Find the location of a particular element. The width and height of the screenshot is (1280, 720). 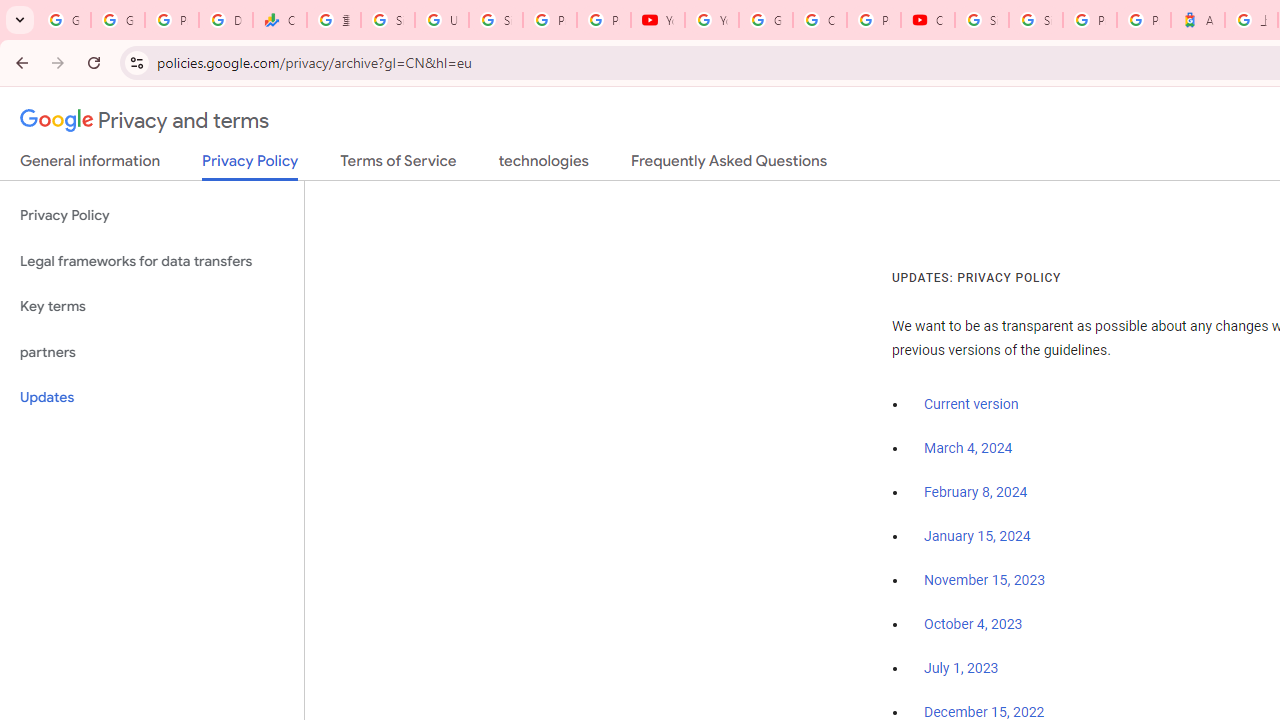

'Forward' is located at coordinates (58, 61).